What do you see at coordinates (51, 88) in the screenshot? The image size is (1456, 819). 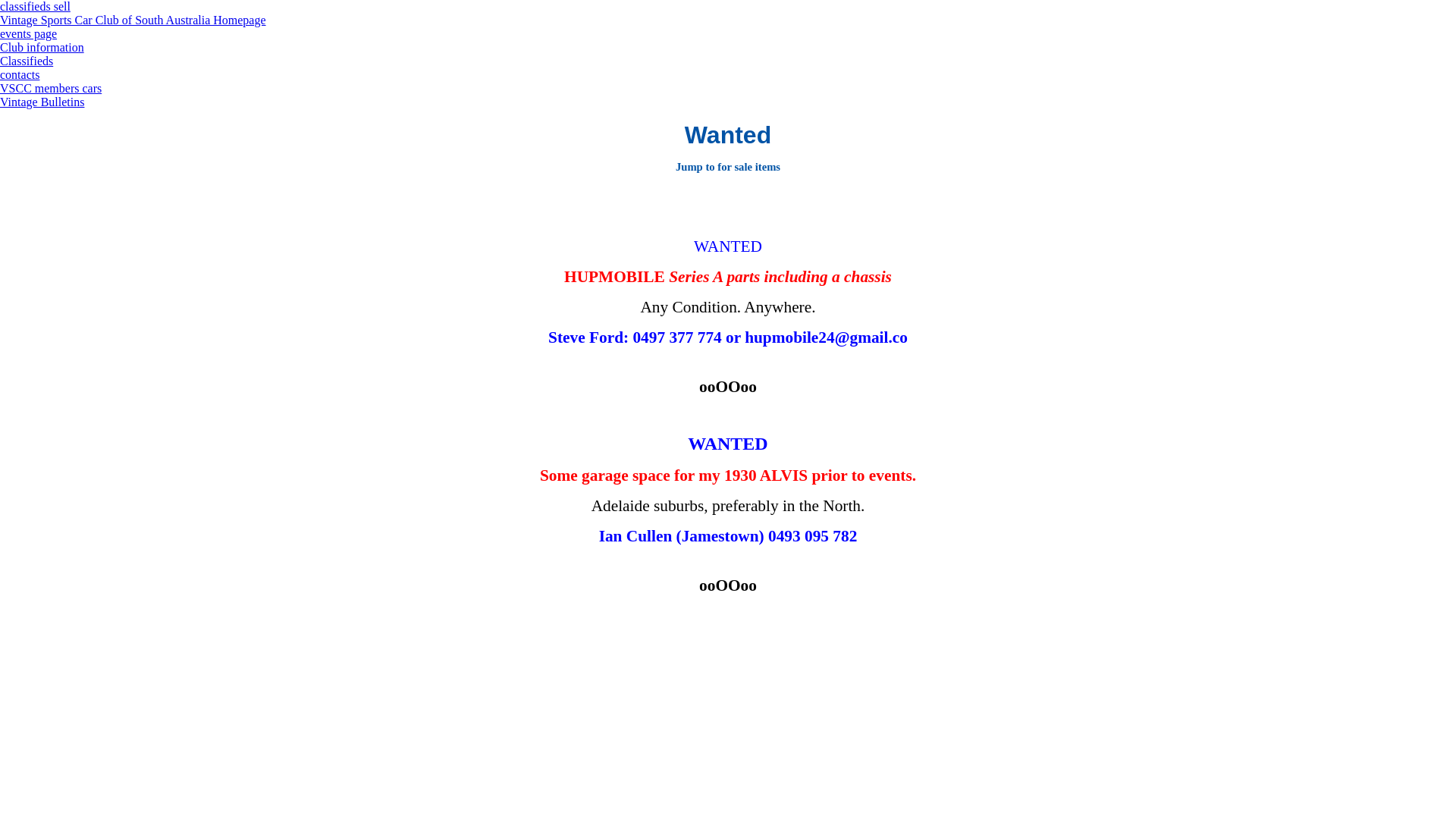 I see `'VSCC members cars'` at bounding box center [51, 88].